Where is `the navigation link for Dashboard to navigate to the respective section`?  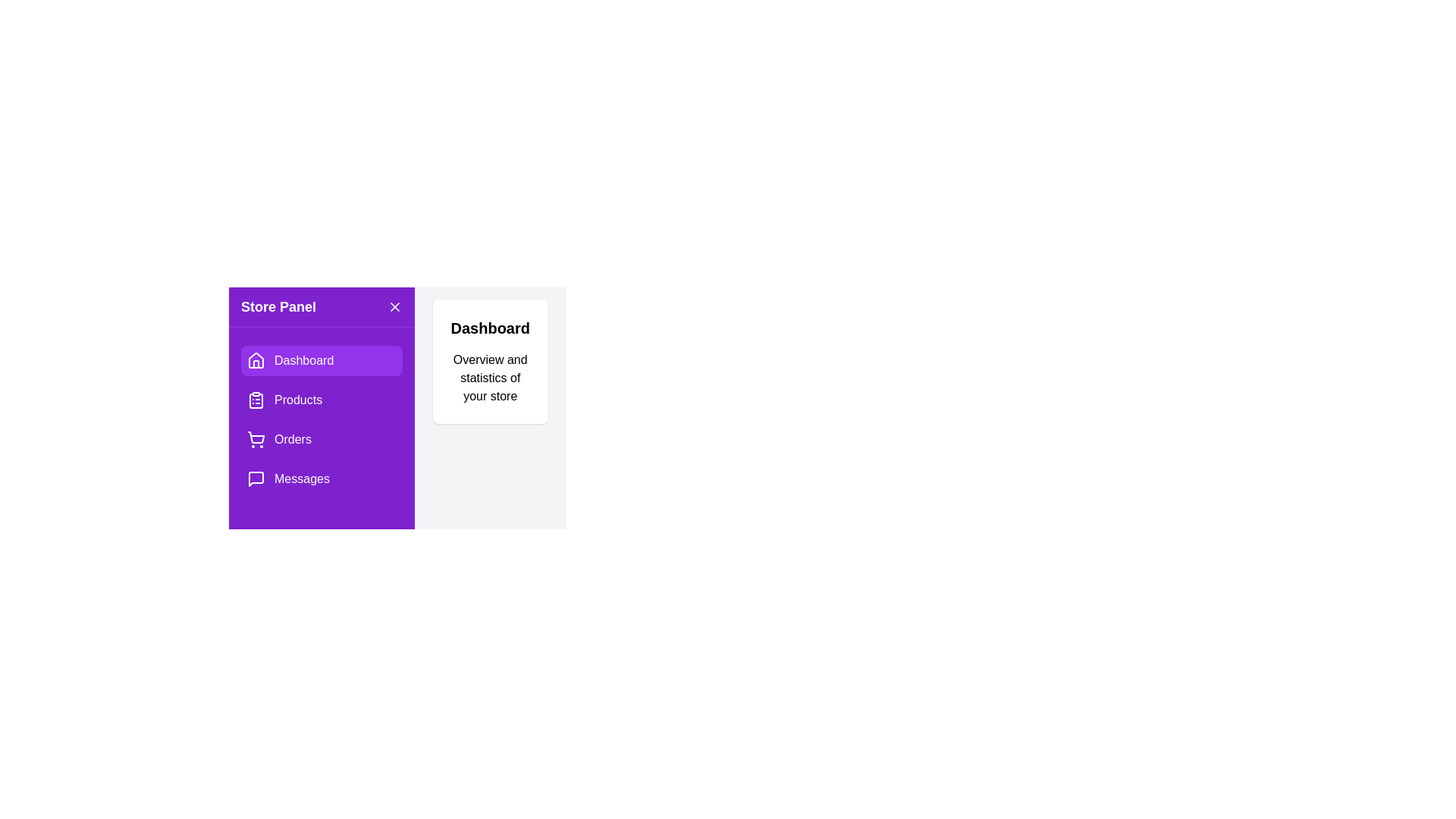 the navigation link for Dashboard to navigate to the respective section is located at coordinates (320, 360).